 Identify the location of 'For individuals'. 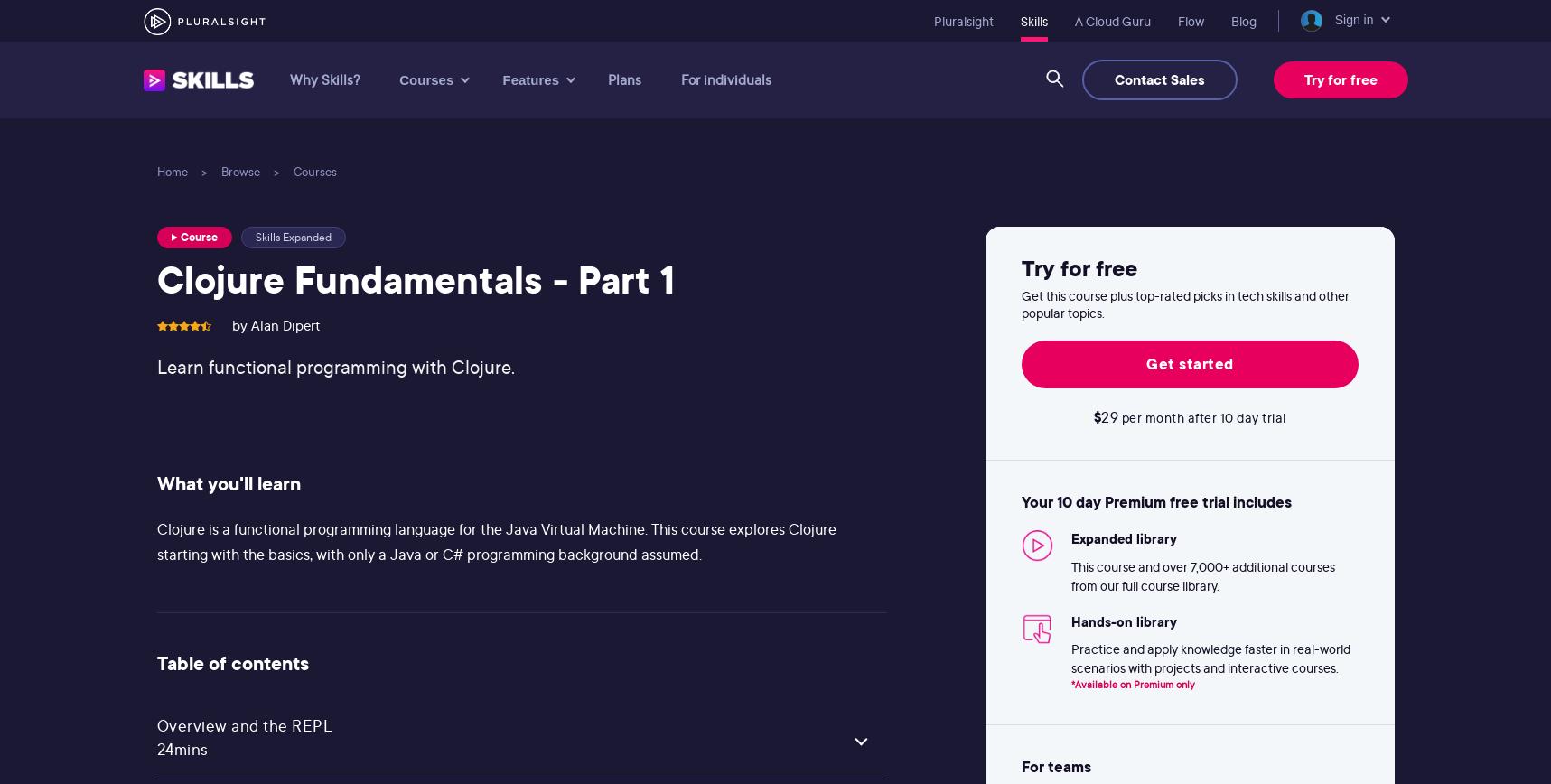
(726, 79).